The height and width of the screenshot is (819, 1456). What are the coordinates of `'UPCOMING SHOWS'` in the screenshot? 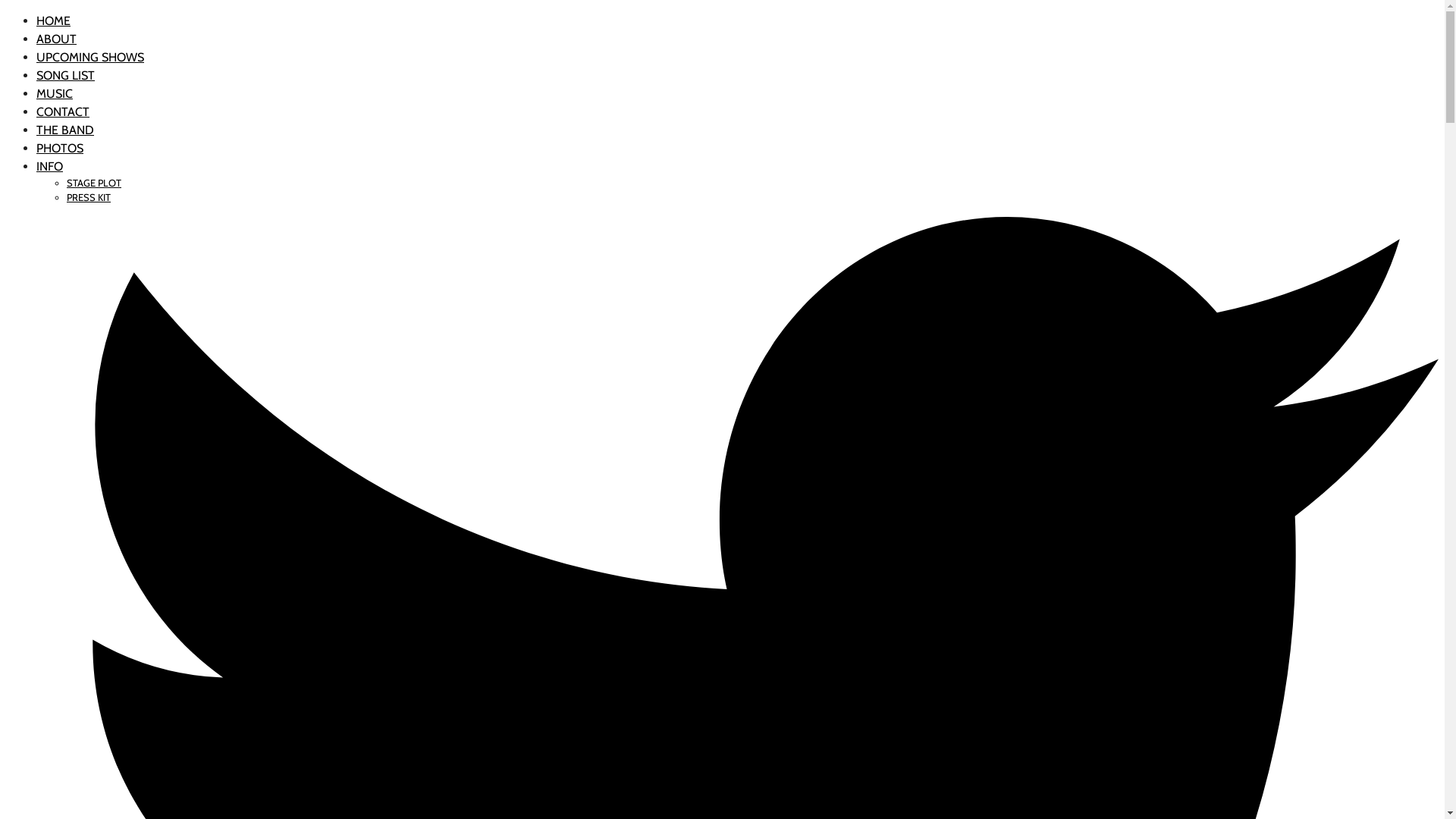 It's located at (89, 56).